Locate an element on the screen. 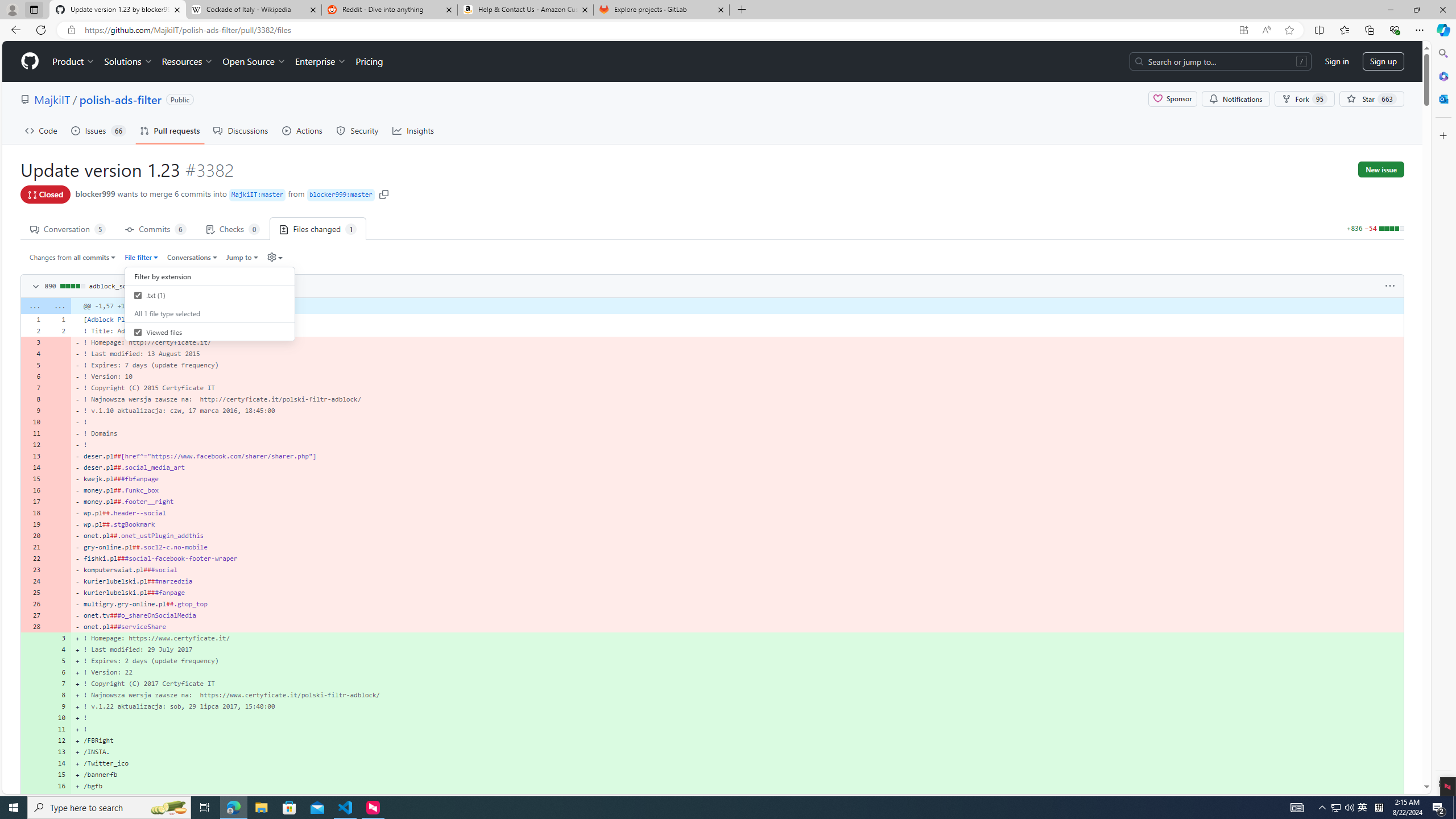  'Diff settings' is located at coordinates (274, 257).